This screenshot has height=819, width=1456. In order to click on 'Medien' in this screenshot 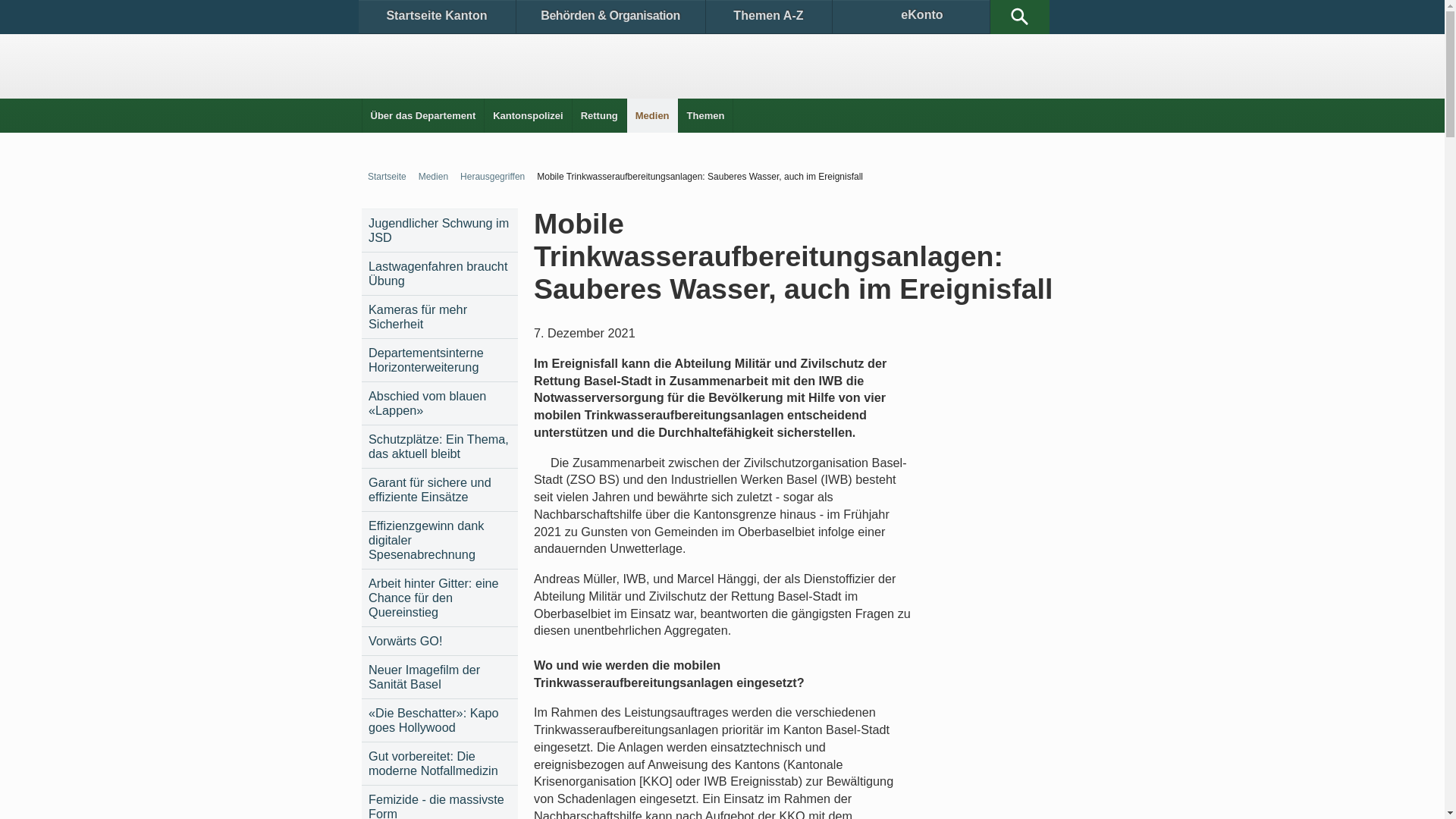, I will do `click(652, 115)`.